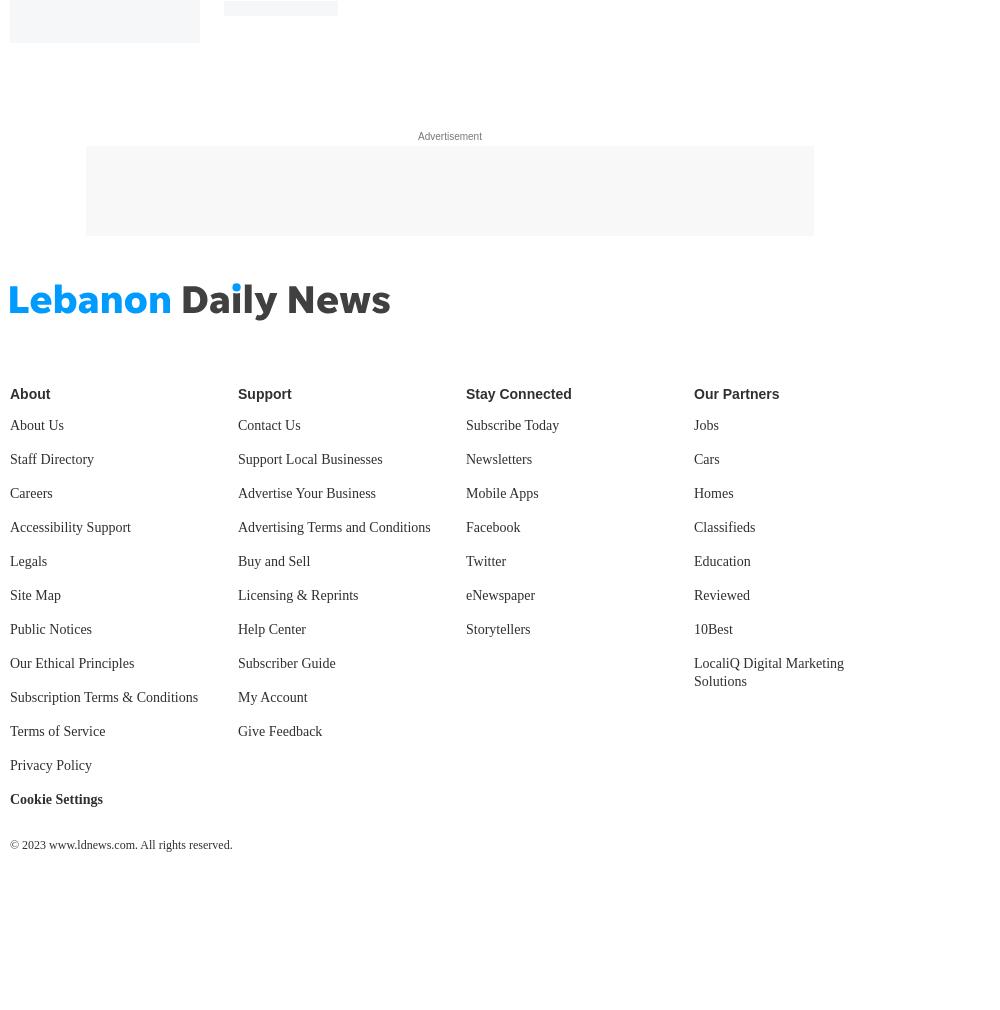 The image size is (1000, 1010). What do you see at coordinates (272, 627) in the screenshot?
I see `'Help Center'` at bounding box center [272, 627].